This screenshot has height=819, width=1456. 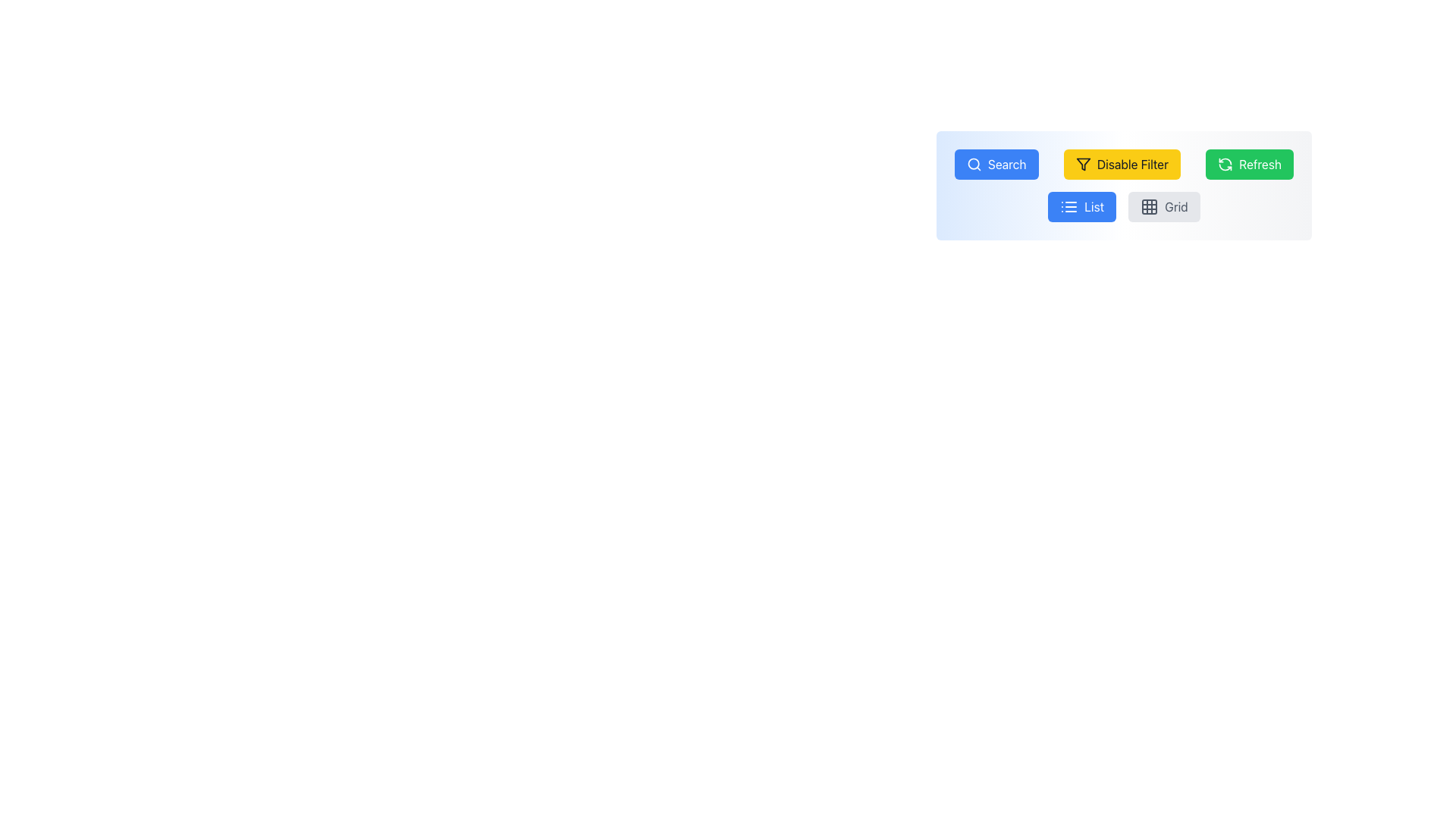 What do you see at coordinates (1124, 207) in the screenshot?
I see `the 'Grid' button in the toggle buttons group` at bounding box center [1124, 207].